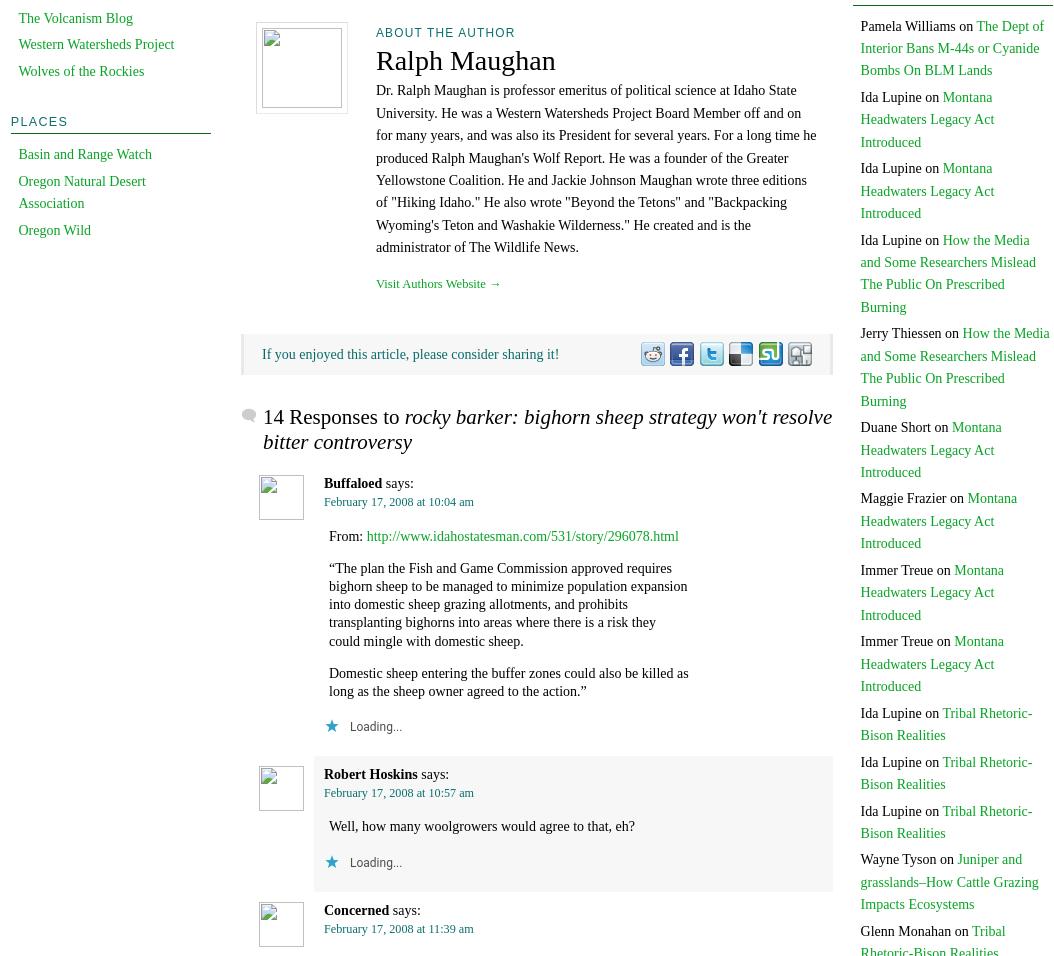 Image resolution: width=1054 pixels, height=956 pixels. I want to click on 'http://www.idahostatesman.com/531/story/296078.html', so click(521, 534).